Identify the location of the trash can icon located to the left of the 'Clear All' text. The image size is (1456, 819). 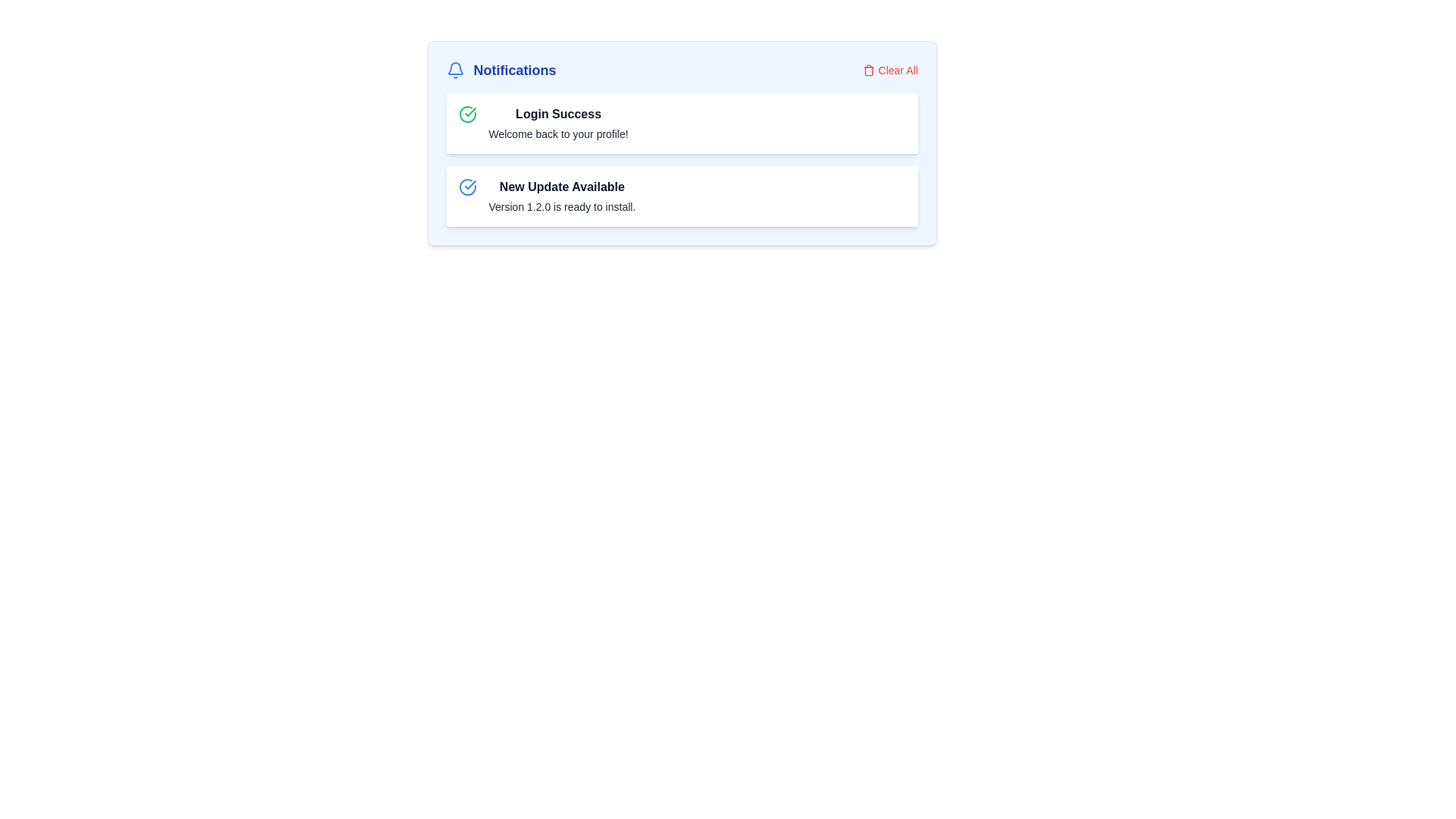
(869, 70).